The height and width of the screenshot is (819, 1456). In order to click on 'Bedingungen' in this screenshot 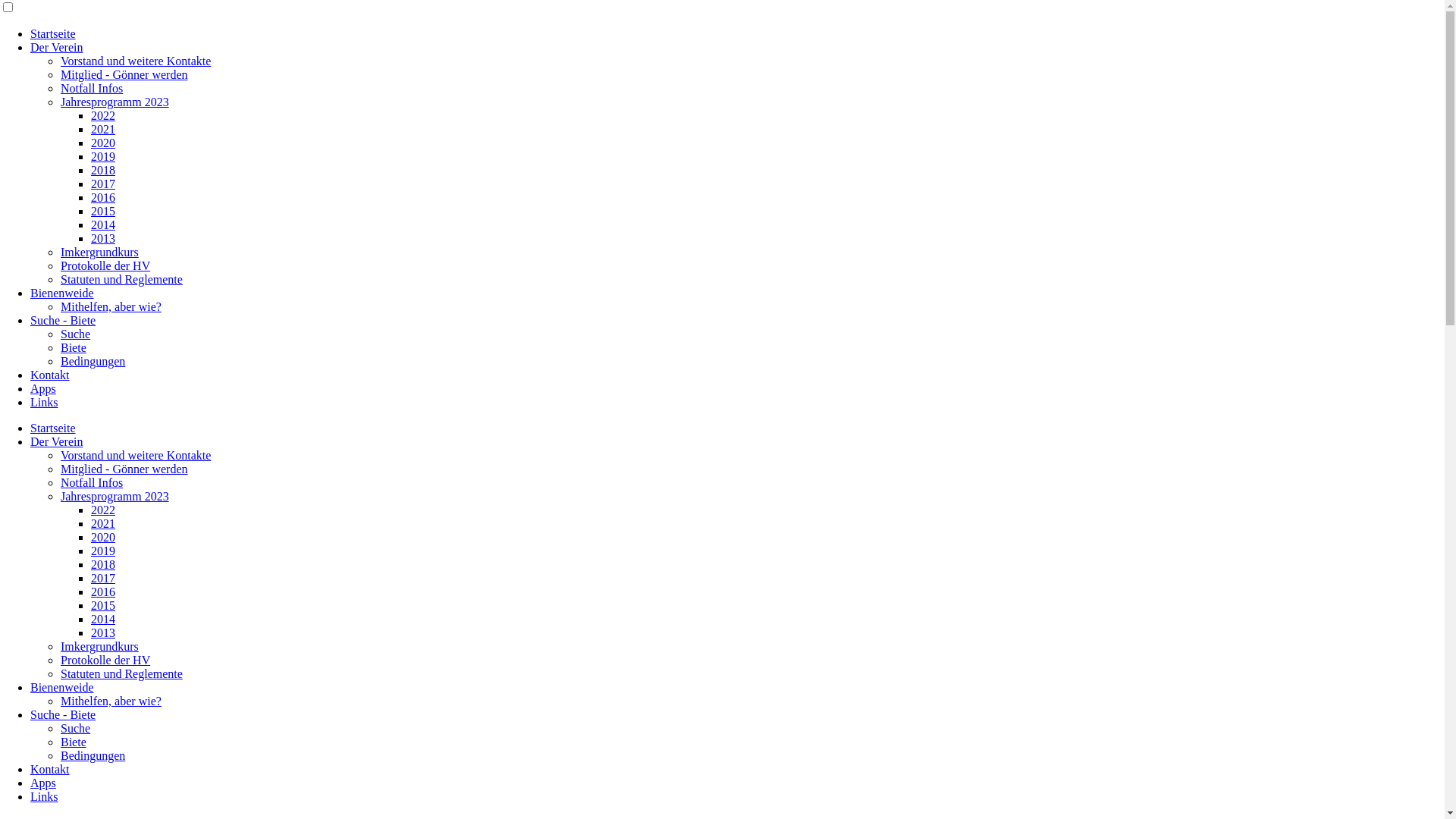, I will do `click(92, 361)`.